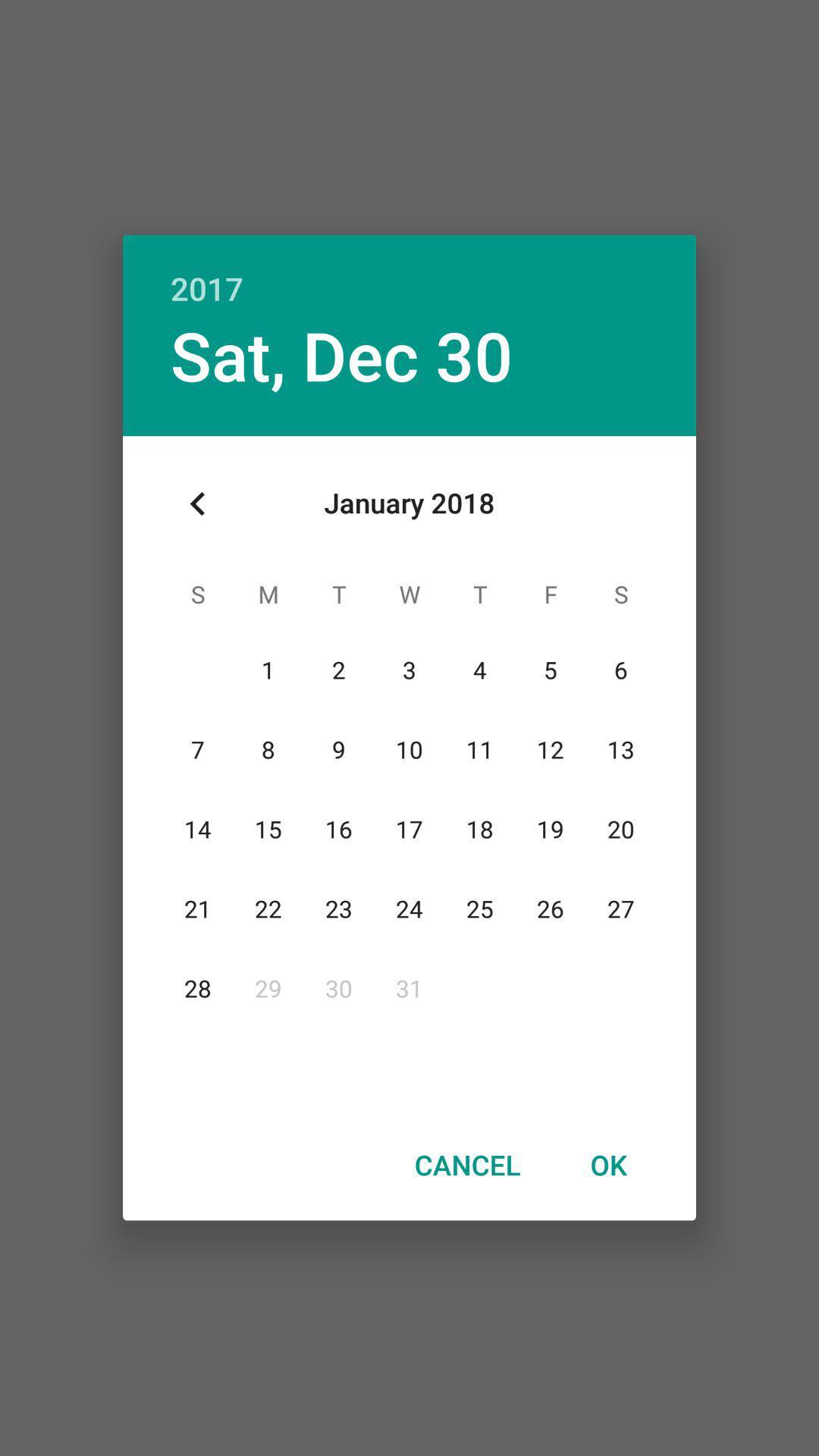 This screenshot has width=819, height=1456. What do you see at coordinates (341, 354) in the screenshot?
I see `sat, dec 30 item` at bounding box center [341, 354].